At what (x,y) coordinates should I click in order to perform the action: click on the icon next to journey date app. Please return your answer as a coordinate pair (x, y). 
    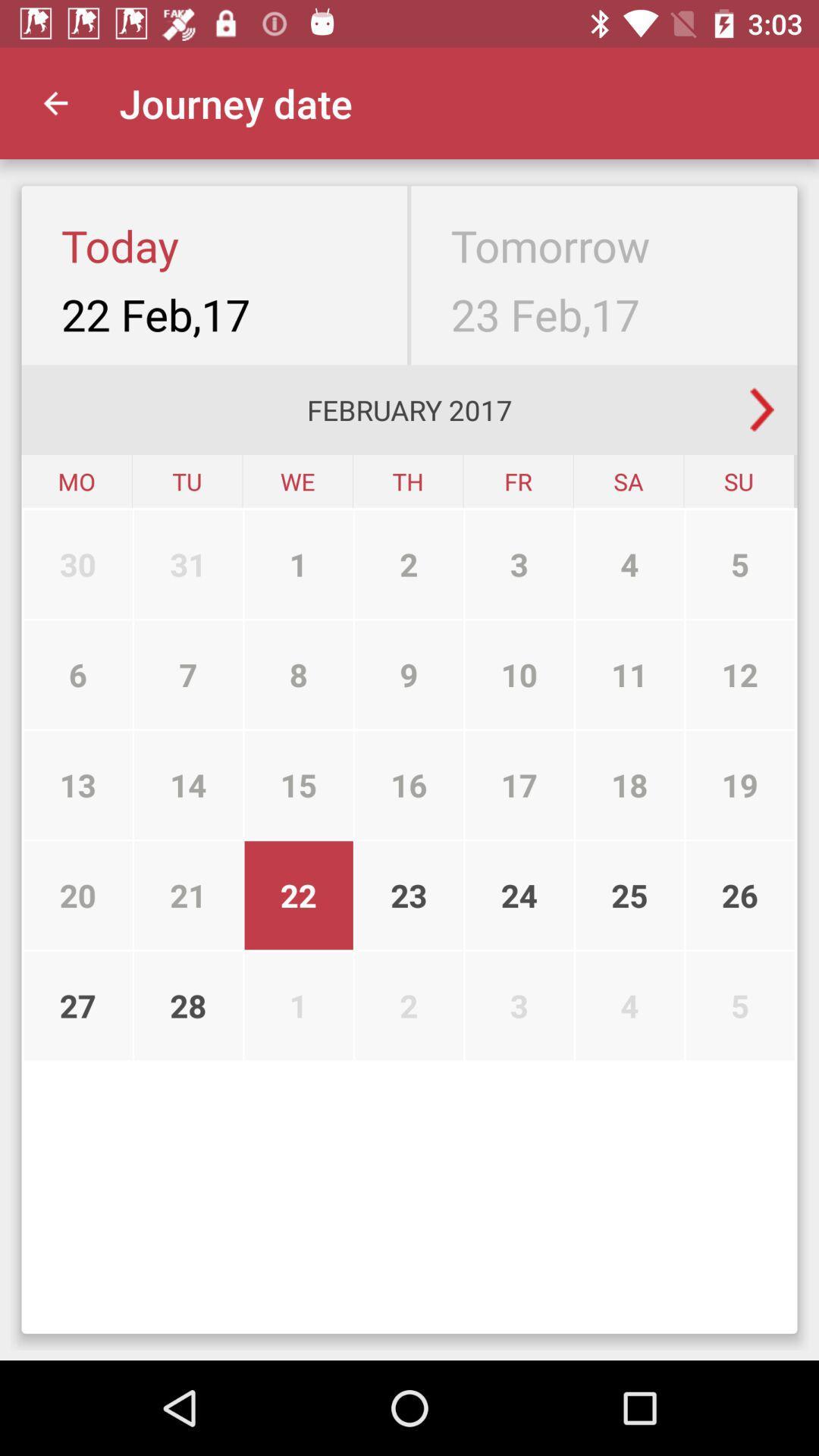
    Looking at the image, I should click on (55, 102).